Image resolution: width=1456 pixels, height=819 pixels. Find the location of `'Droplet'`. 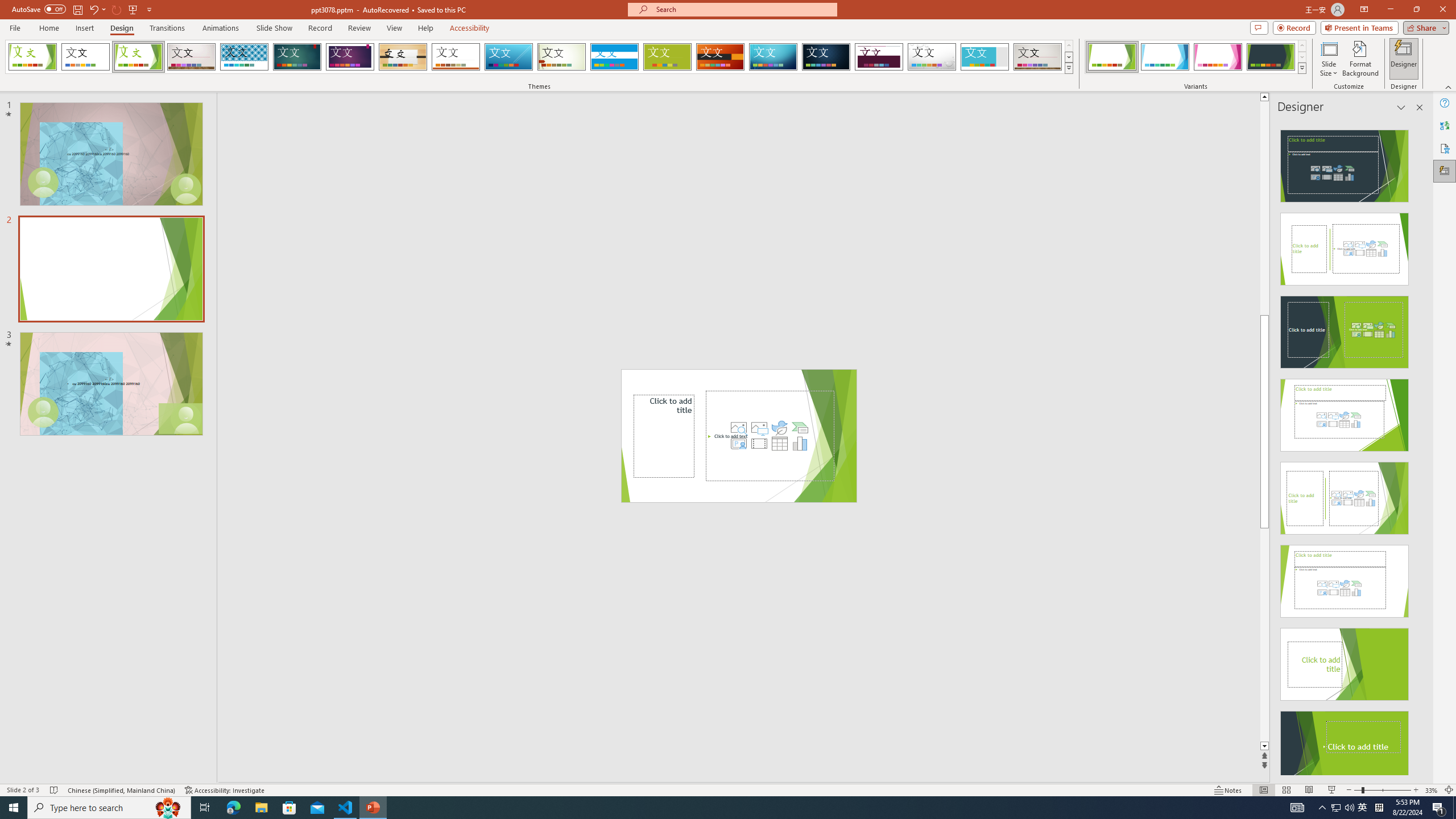

'Droplet' is located at coordinates (932, 56).